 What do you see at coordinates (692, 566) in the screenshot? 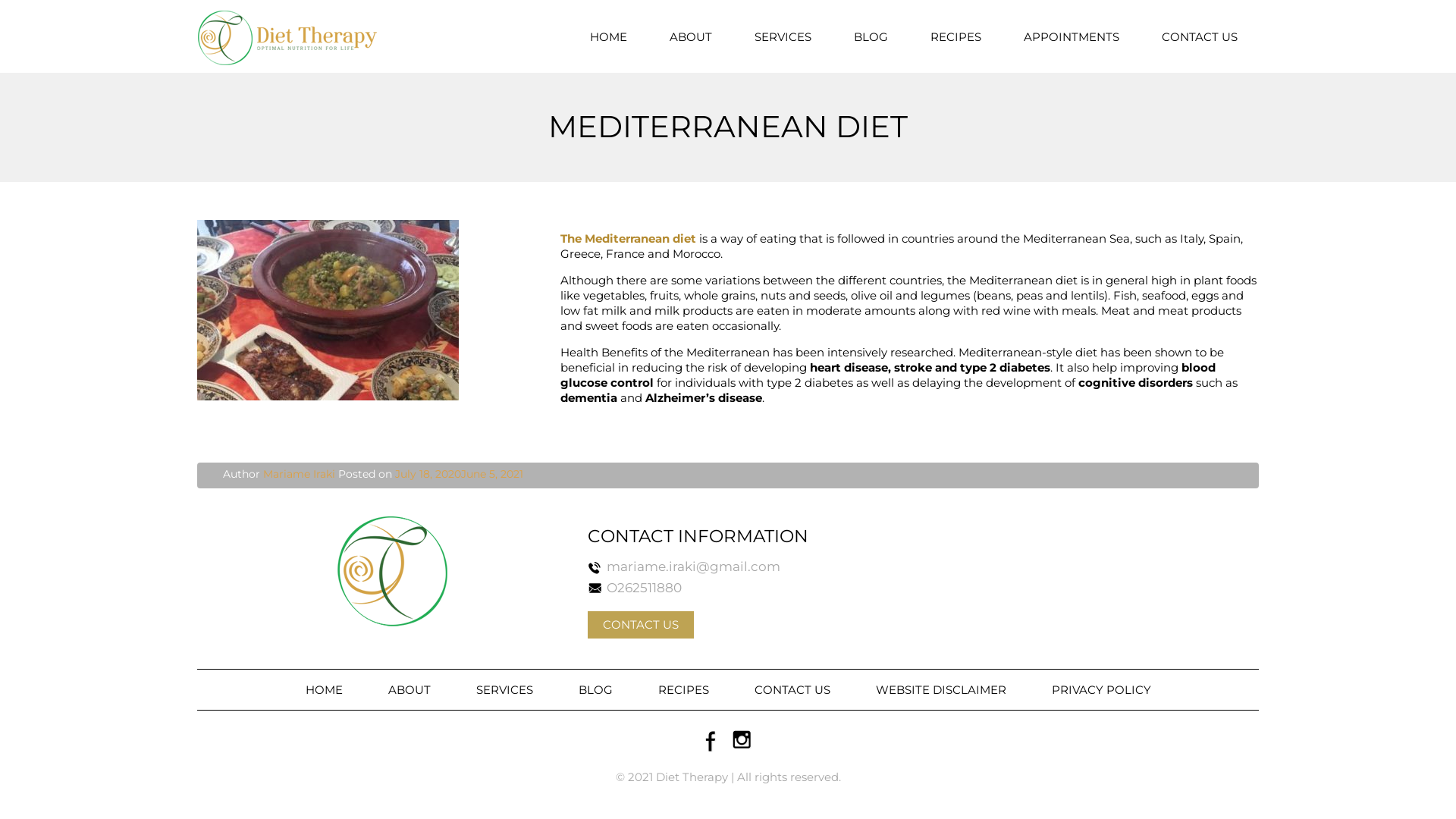
I see `'mariame.iraki@gmail.com'` at bounding box center [692, 566].